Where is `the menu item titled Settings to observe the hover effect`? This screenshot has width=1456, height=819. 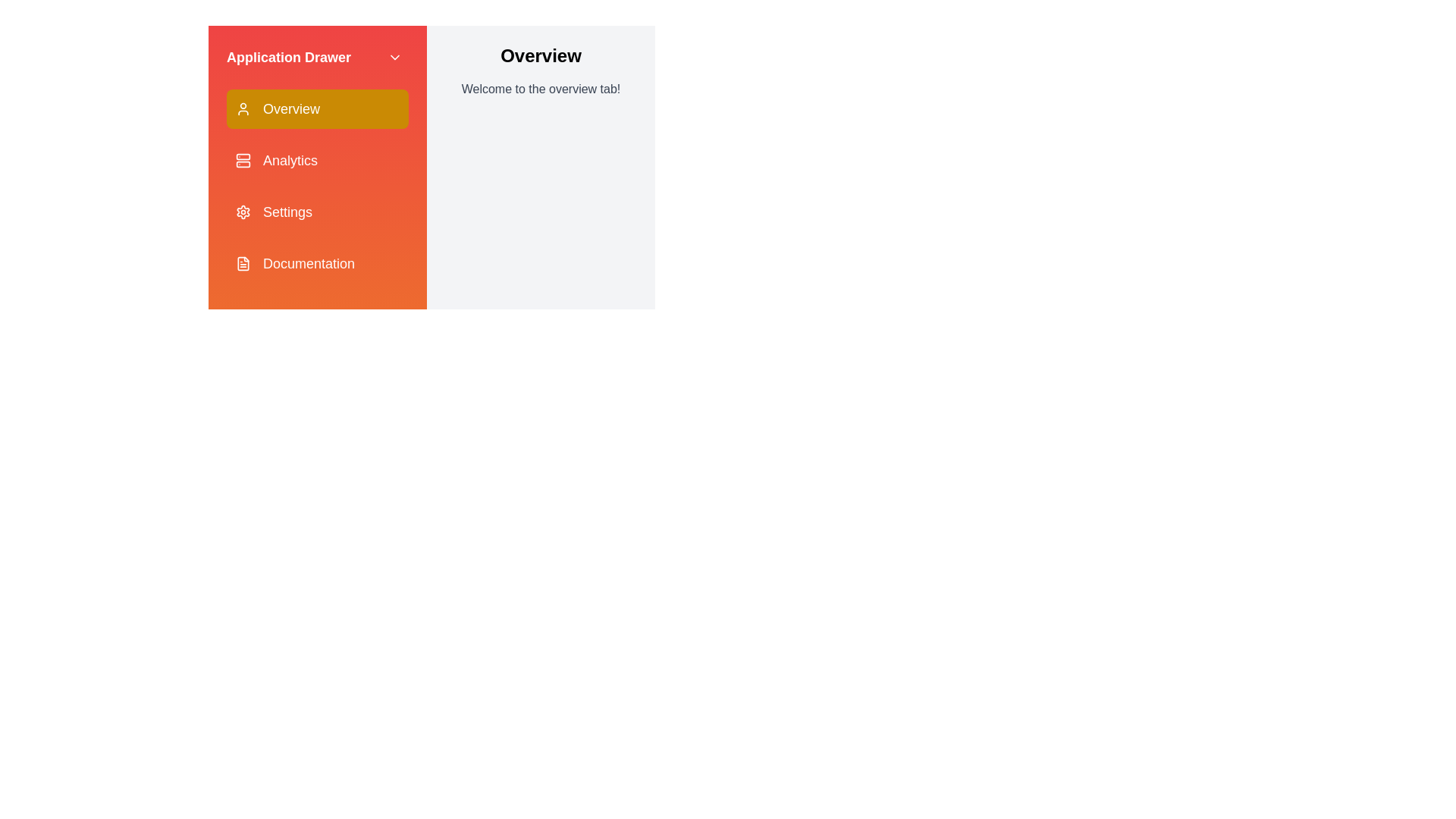
the menu item titled Settings to observe the hover effect is located at coordinates (316, 212).